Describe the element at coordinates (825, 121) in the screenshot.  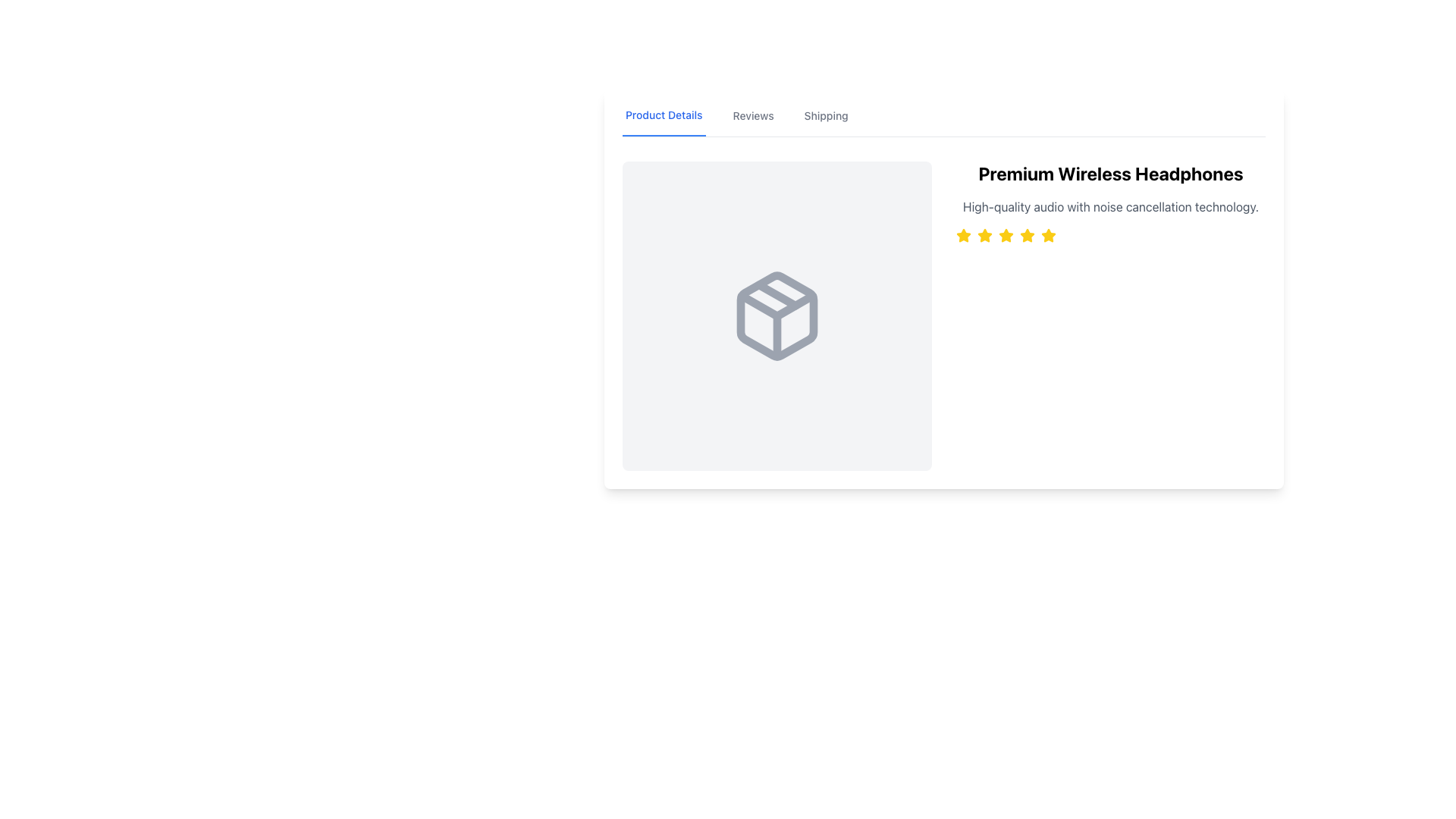
I see `the 'Shipping' navigation link located at the top-center of the interface to change its color` at that location.